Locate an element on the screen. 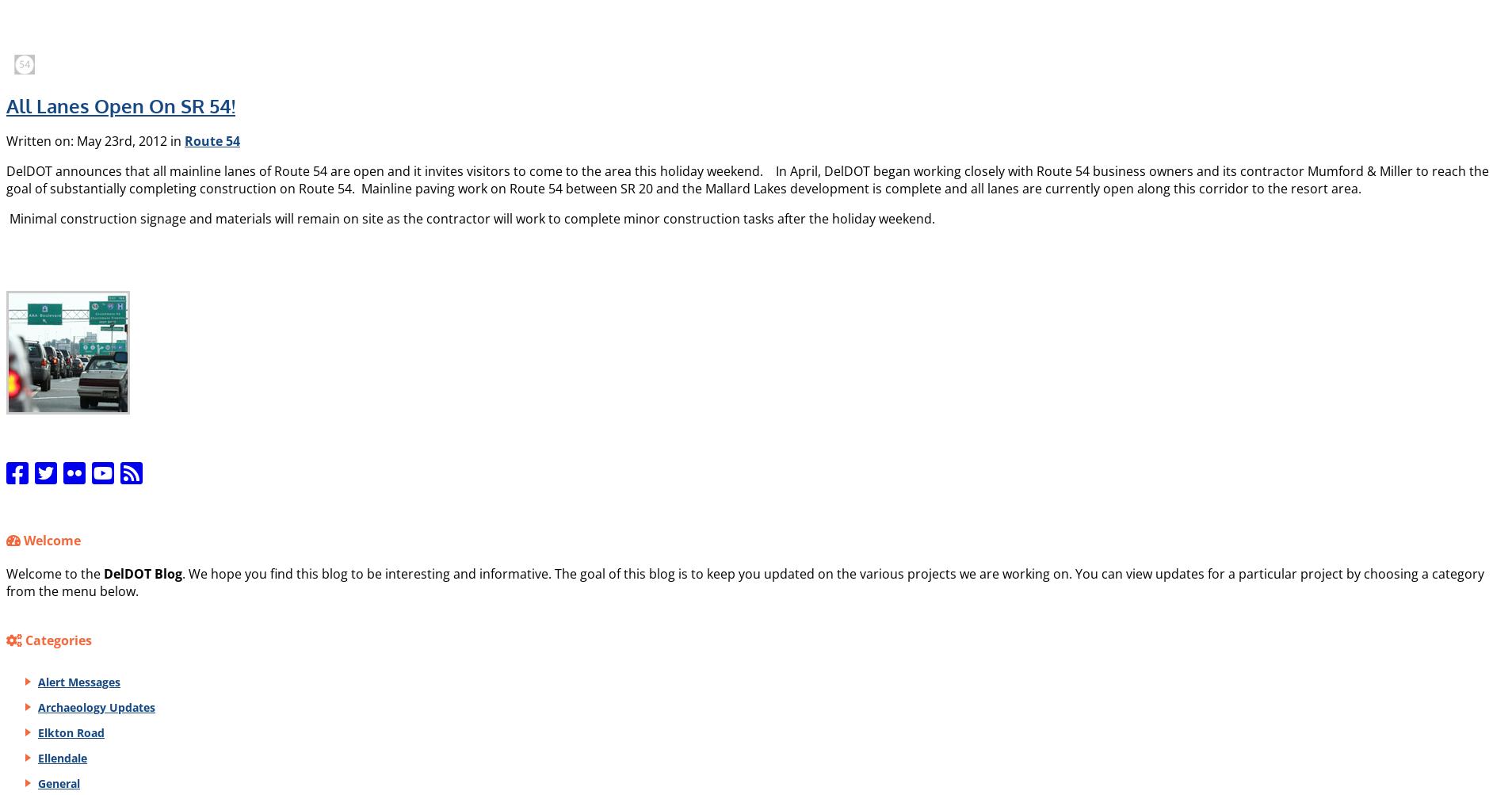 This screenshot has height=795, width=1512. 'Written on: May 23rd, 2012 in' is located at coordinates (6, 140).